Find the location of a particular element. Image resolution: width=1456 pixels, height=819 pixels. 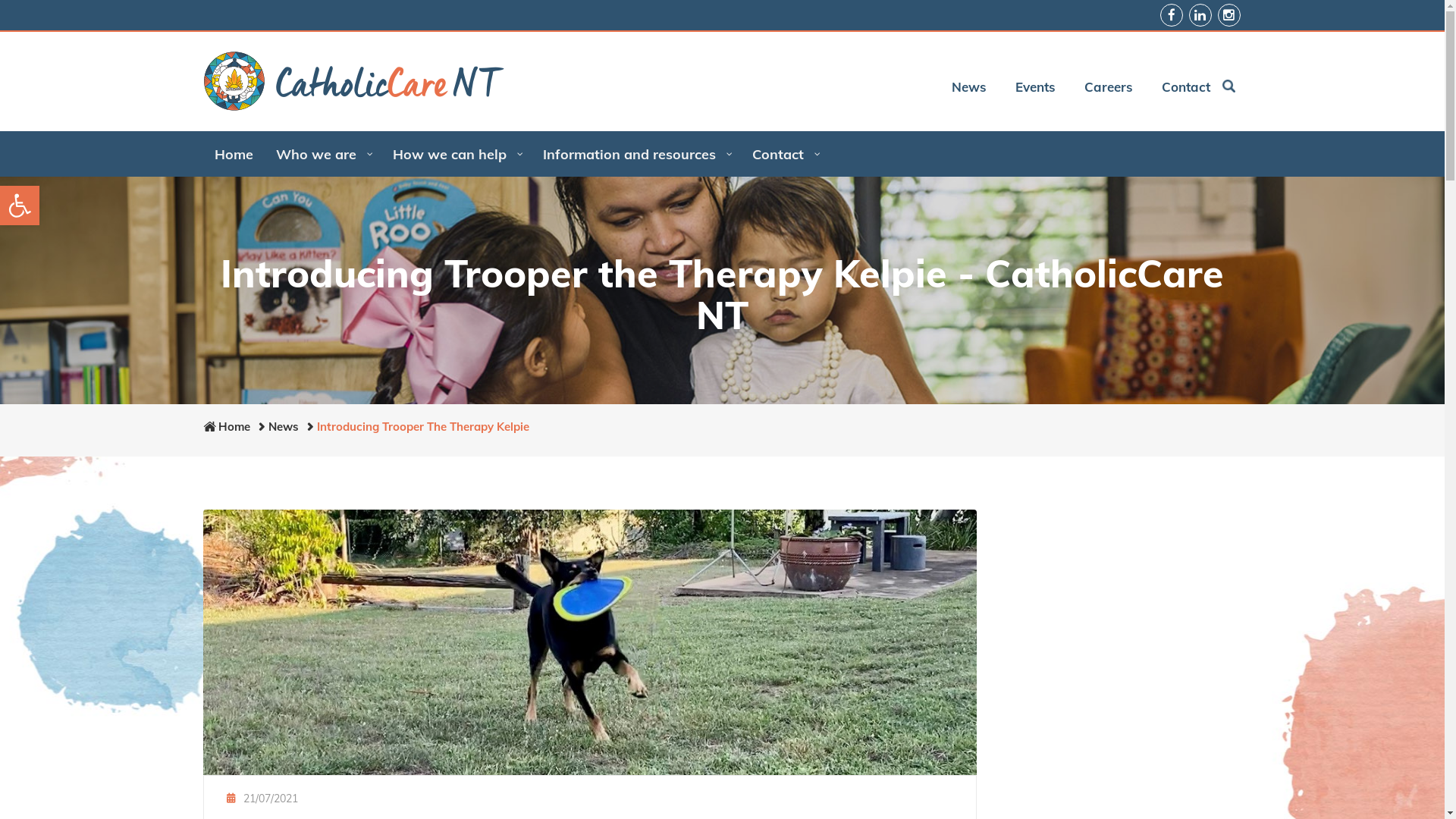

'How we can help' is located at coordinates (454, 154).